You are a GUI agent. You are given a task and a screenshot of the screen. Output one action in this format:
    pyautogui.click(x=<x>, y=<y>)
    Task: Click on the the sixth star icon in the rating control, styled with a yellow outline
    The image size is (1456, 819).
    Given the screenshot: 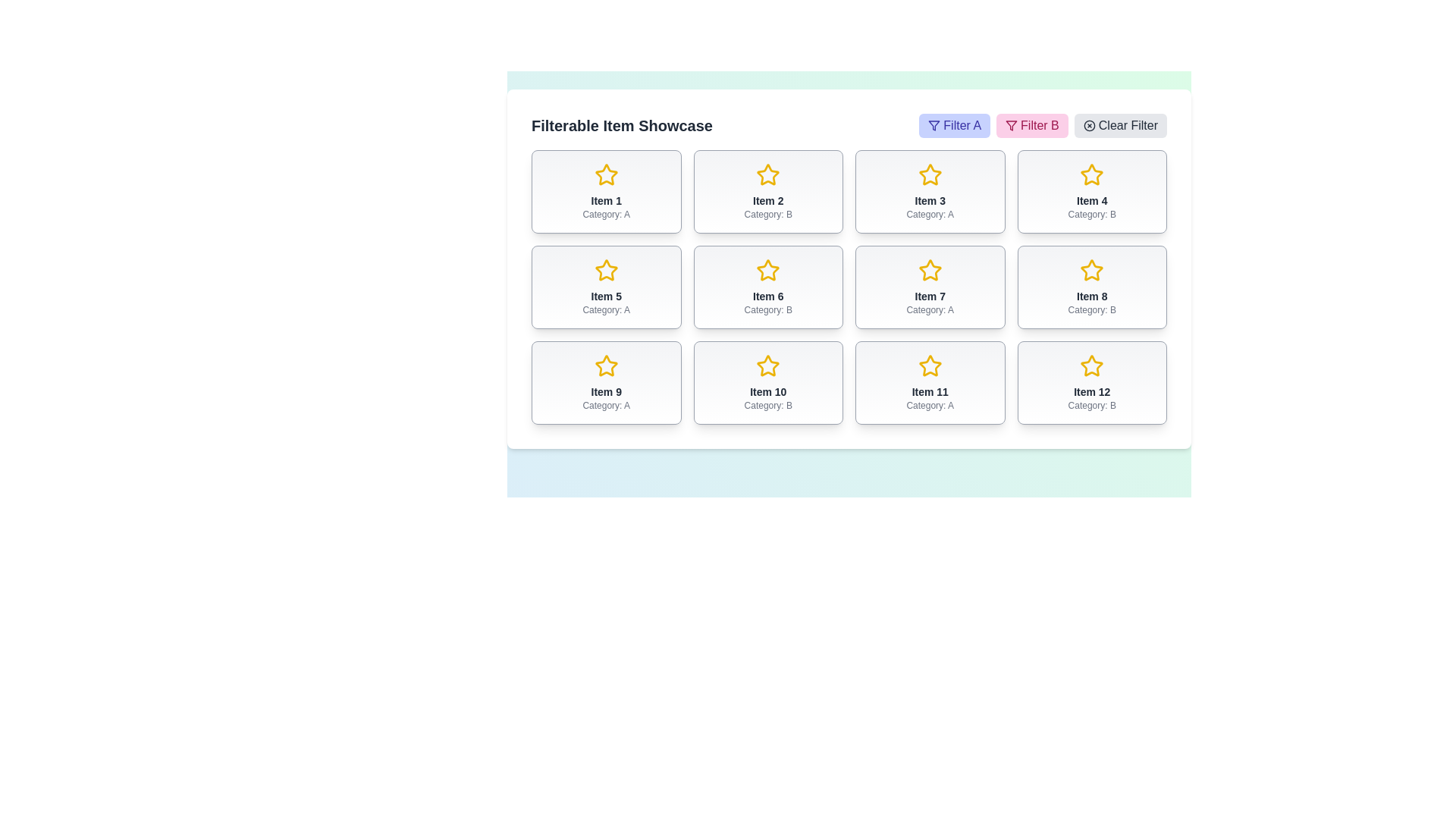 What is the action you would take?
    pyautogui.click(x=768, y=269)
    